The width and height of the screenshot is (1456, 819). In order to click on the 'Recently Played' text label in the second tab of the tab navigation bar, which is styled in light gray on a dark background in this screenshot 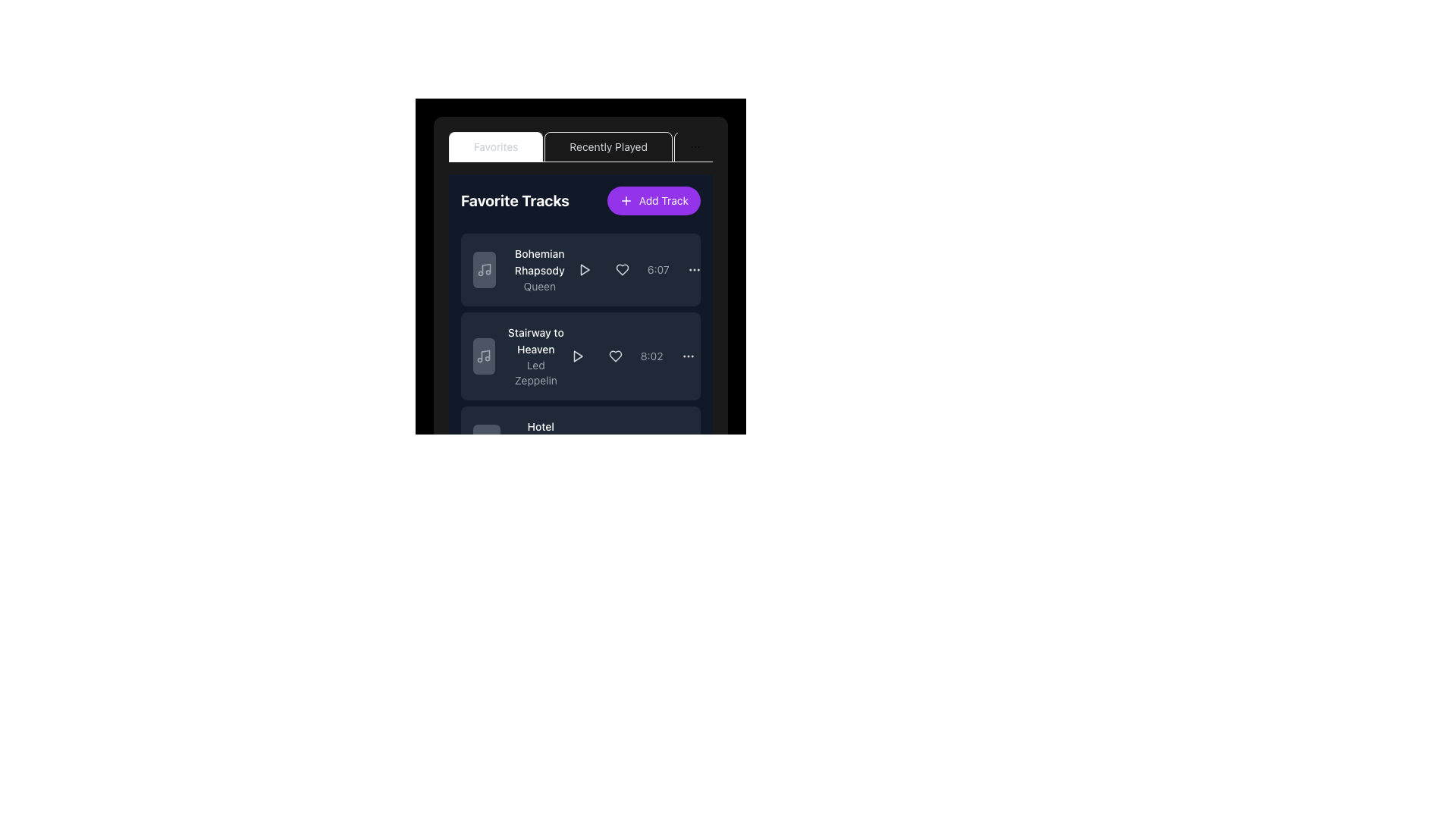, I will do `click(608, 146)`.